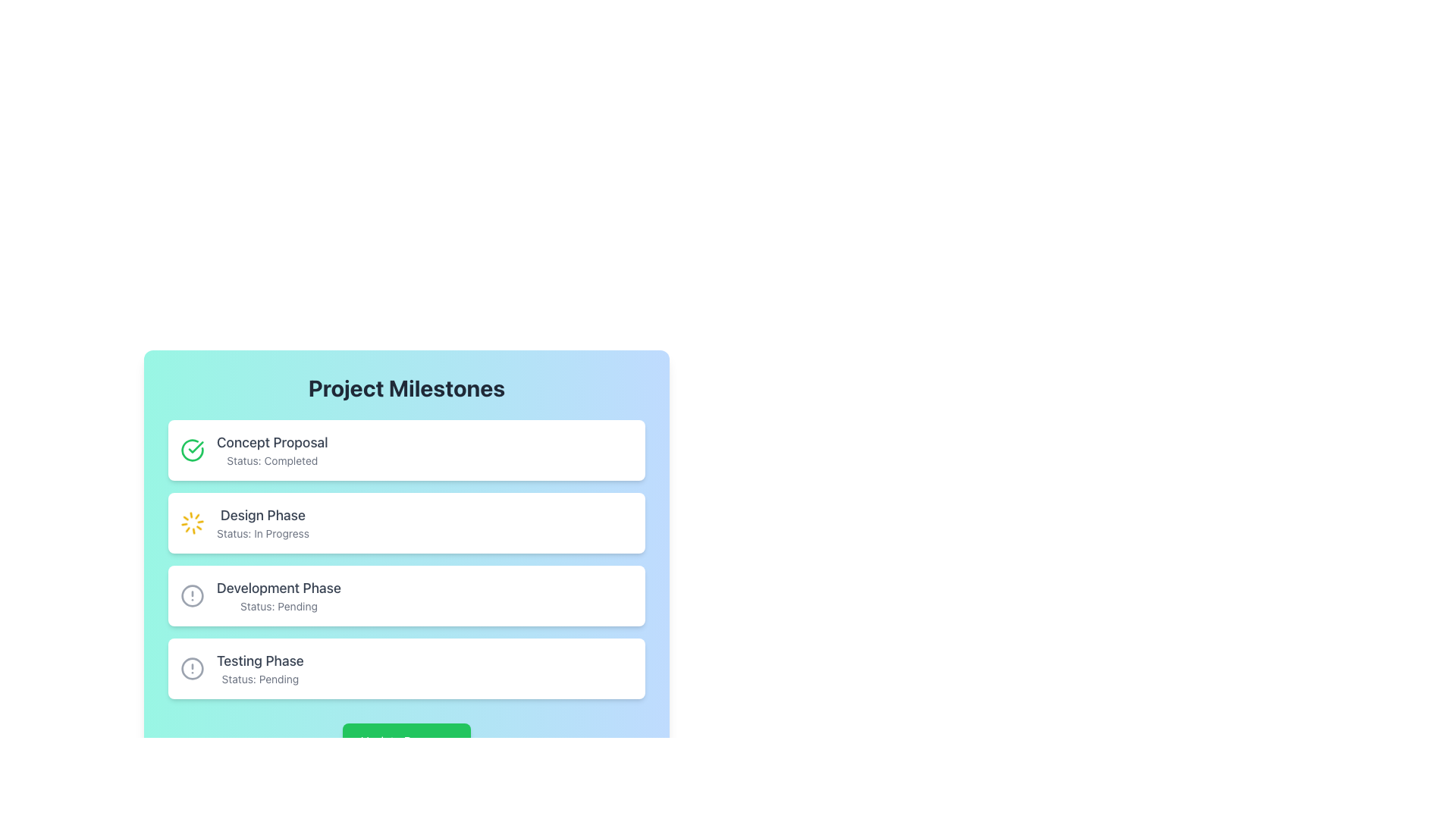 The image size is (1456, 819). What do you see at coordinates (406, 388) in the screenshot?
I see `the heading 'Project Milestones' styled with a large, bold font` at bounding box center [406, 388].